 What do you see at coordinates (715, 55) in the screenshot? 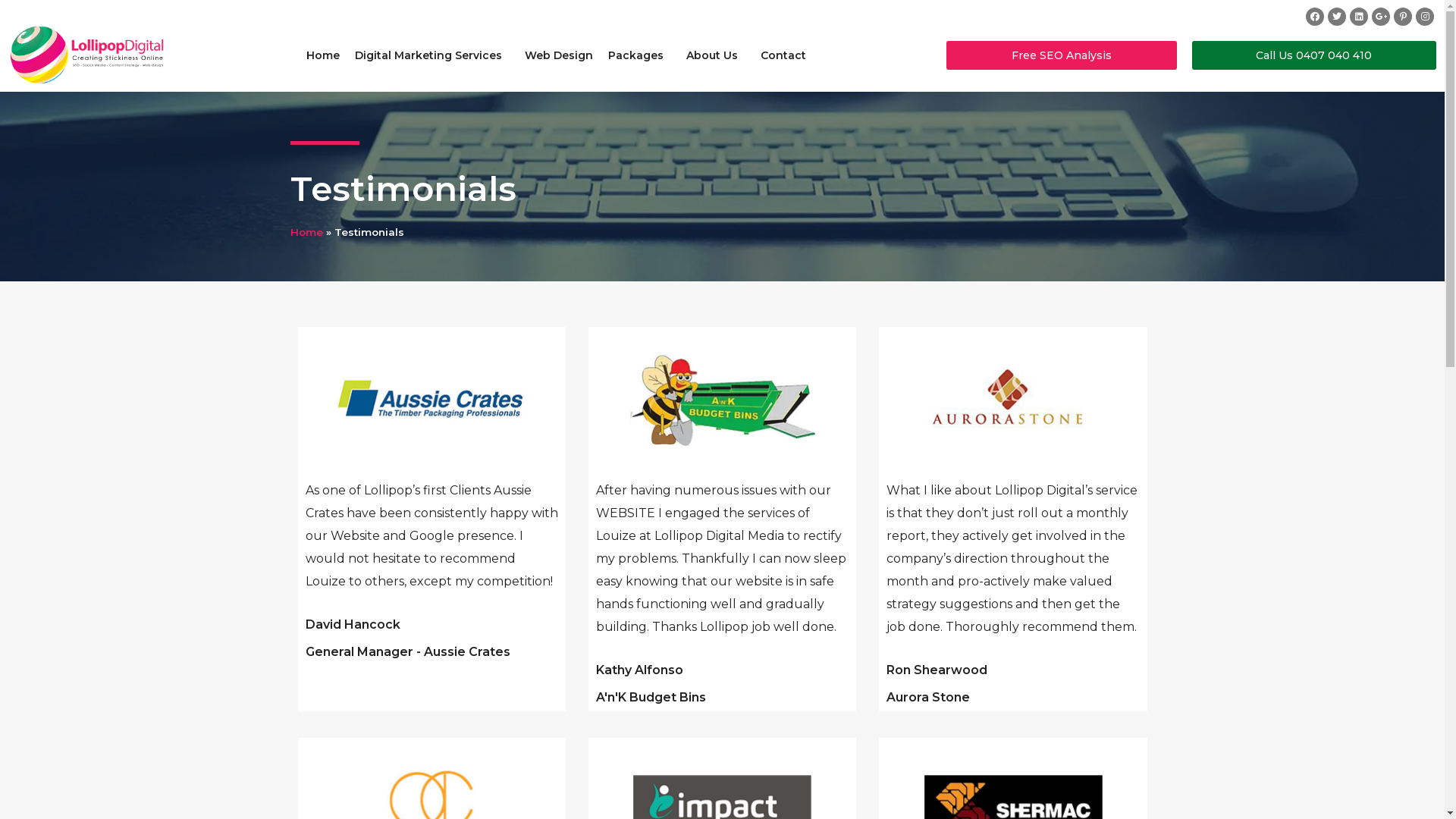
I see `'About Us'` at bounding box center [715, 55].